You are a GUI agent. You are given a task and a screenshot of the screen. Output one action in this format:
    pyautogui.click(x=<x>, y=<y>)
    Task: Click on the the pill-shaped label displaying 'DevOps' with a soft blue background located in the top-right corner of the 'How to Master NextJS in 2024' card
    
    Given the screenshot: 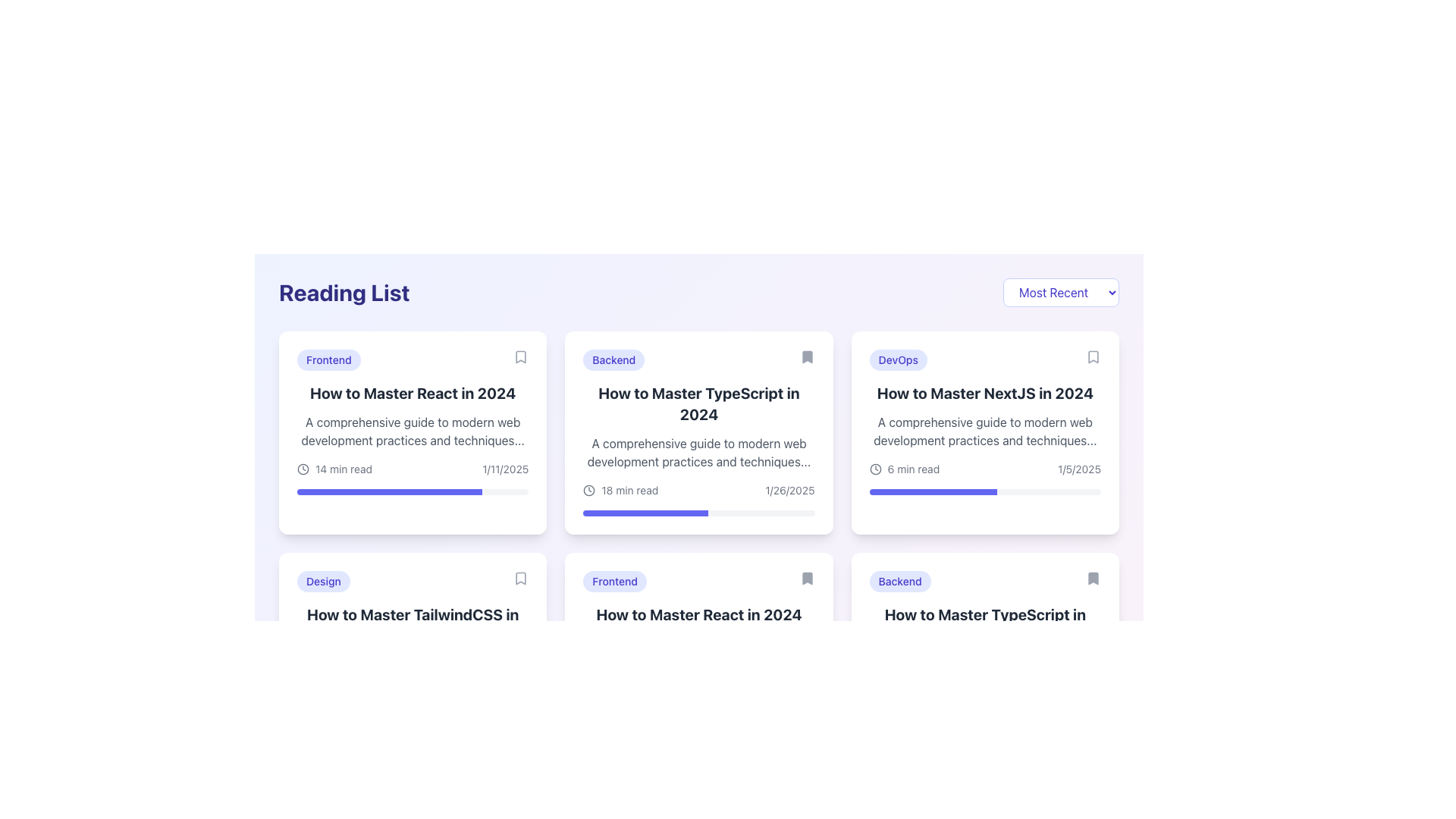 What is the action you would take?
    pyautogui.click(x=898, y=359)
    